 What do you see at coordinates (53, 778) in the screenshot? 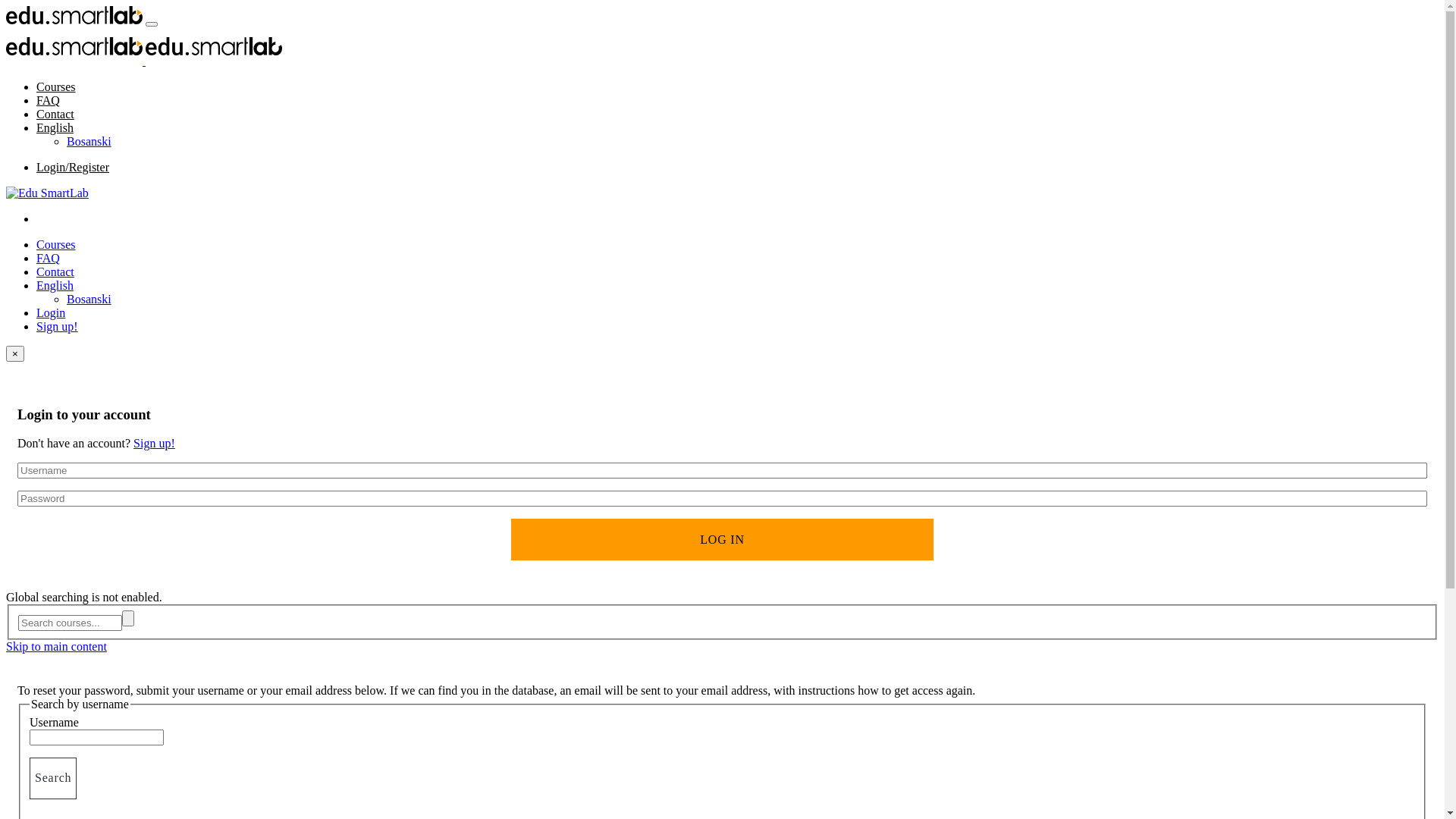
I see `'Search'` at bounding box center [53, 778].